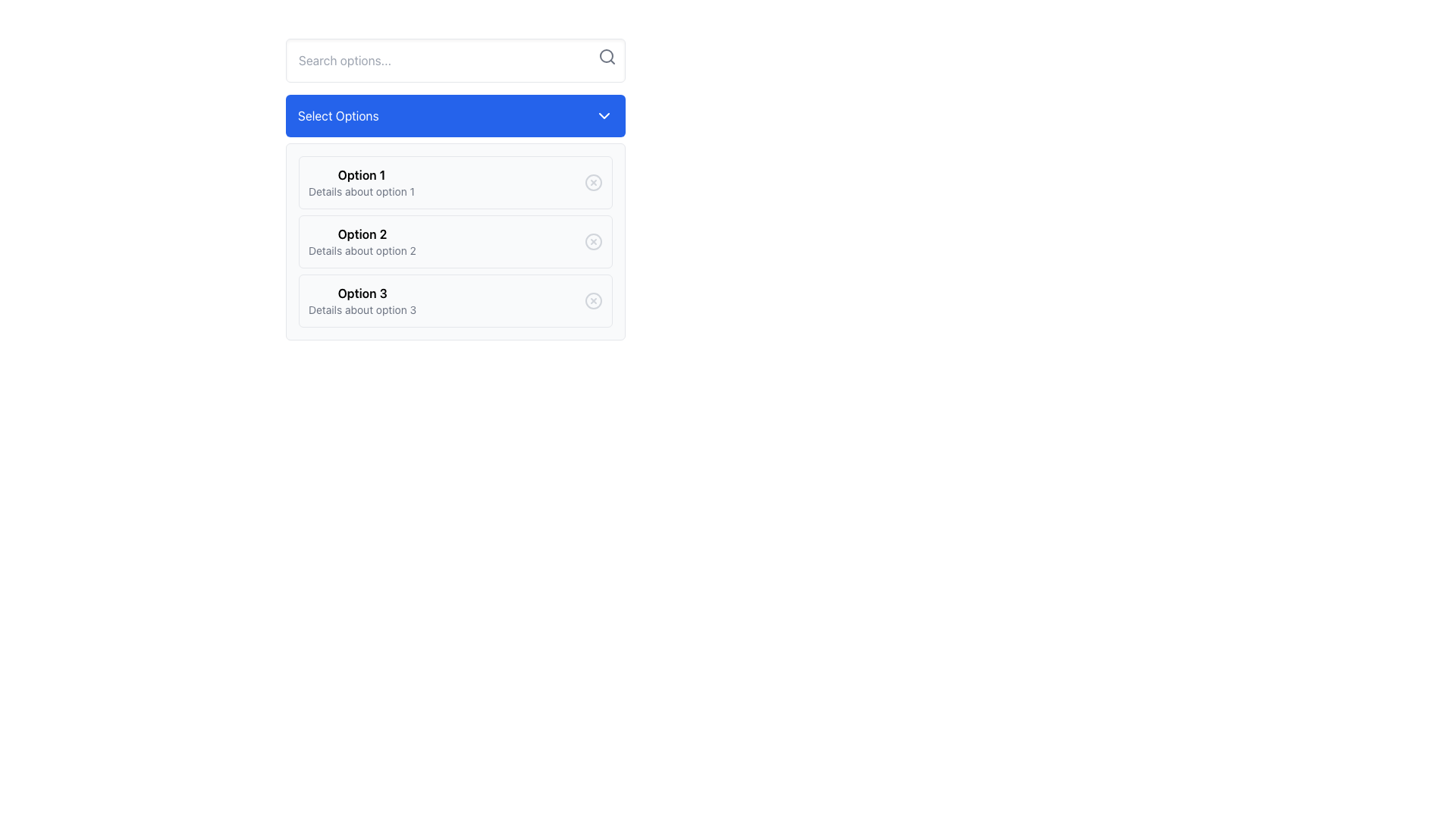 The image size is (1456, 819). I want to click on the text label styled in a smaller gray font containing 'Details about option 2', which is located beneath the bolded text 'Option 2' in the dropdown-style interface, so click(361, 250).